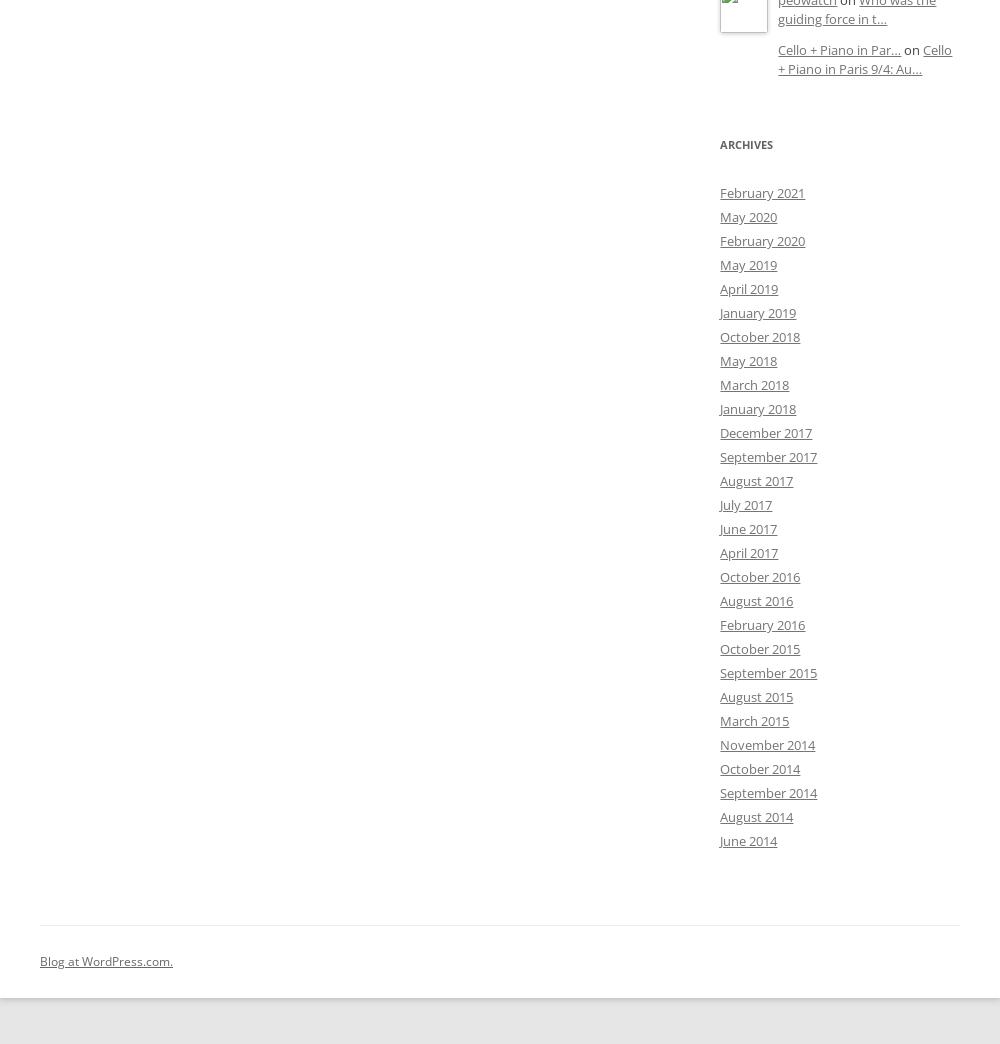  What do you see at coordinates (754, 720) in the screenshot?
I see `'March 2015'` at bounding box center [754, 720].